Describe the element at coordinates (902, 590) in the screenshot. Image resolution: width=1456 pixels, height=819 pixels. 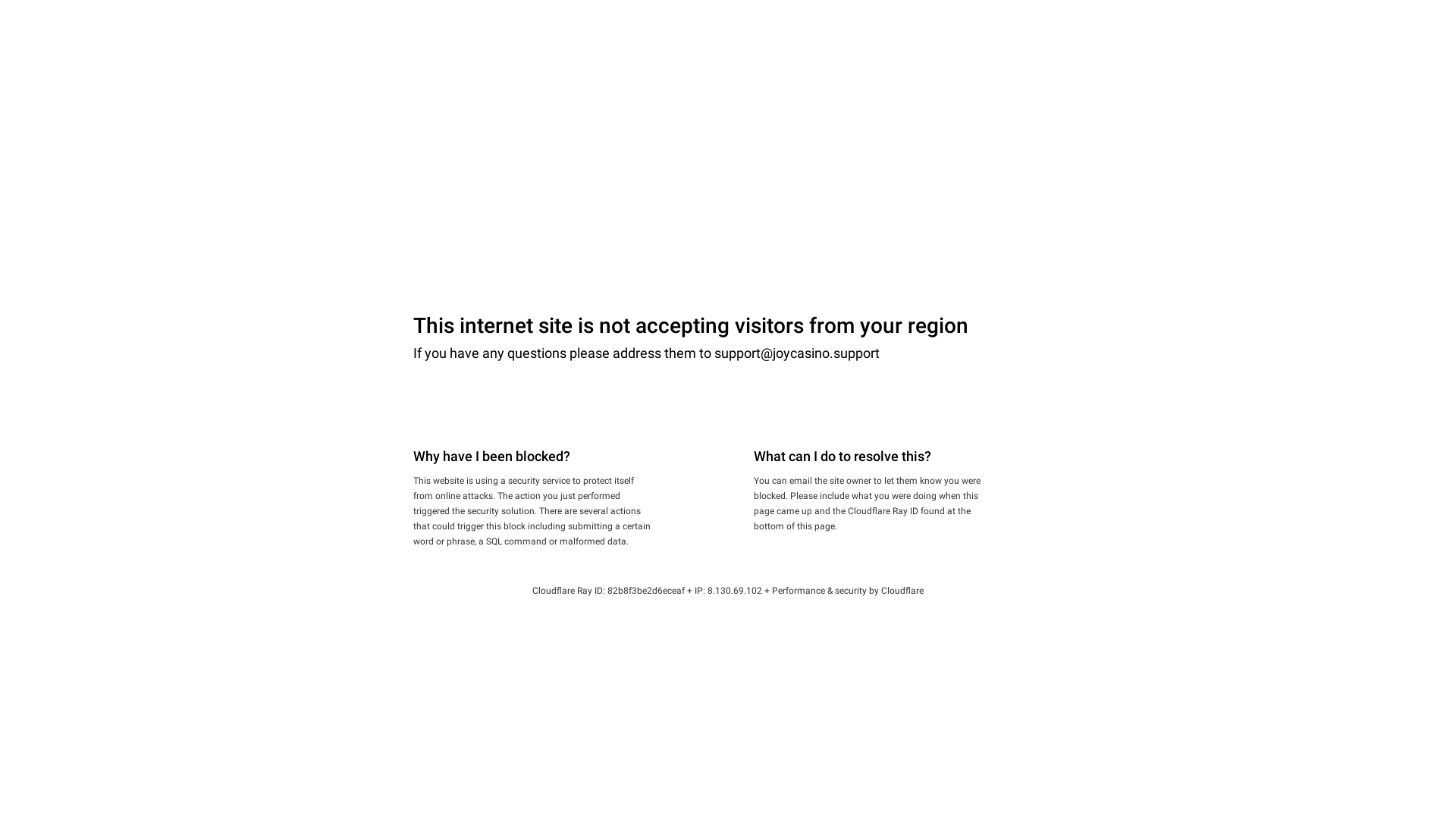
I see `'Cloudflare'` at that location.